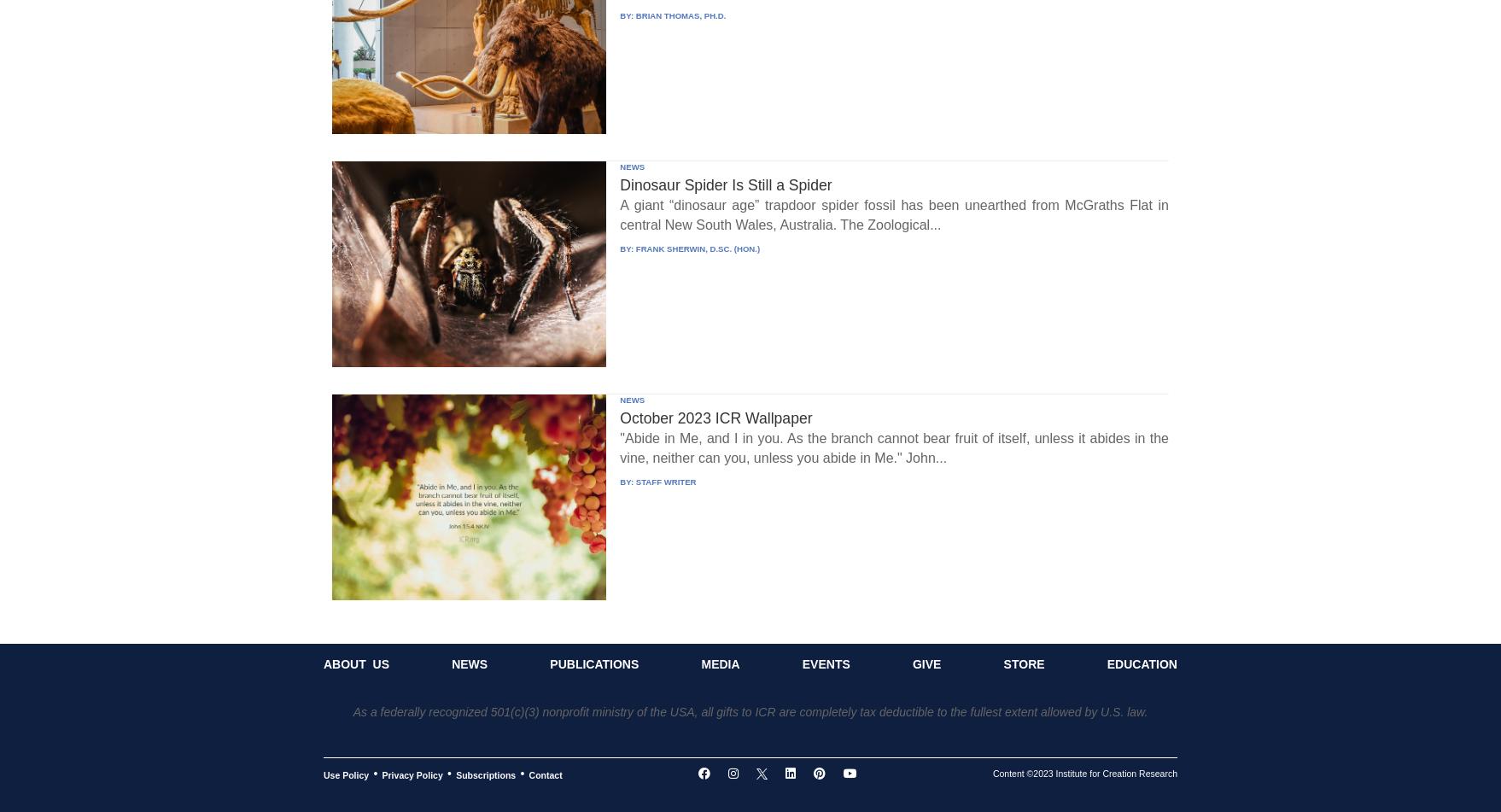 This screenshot has height=812, width=1501. I want to click on 'Publications', so click(593, 663).